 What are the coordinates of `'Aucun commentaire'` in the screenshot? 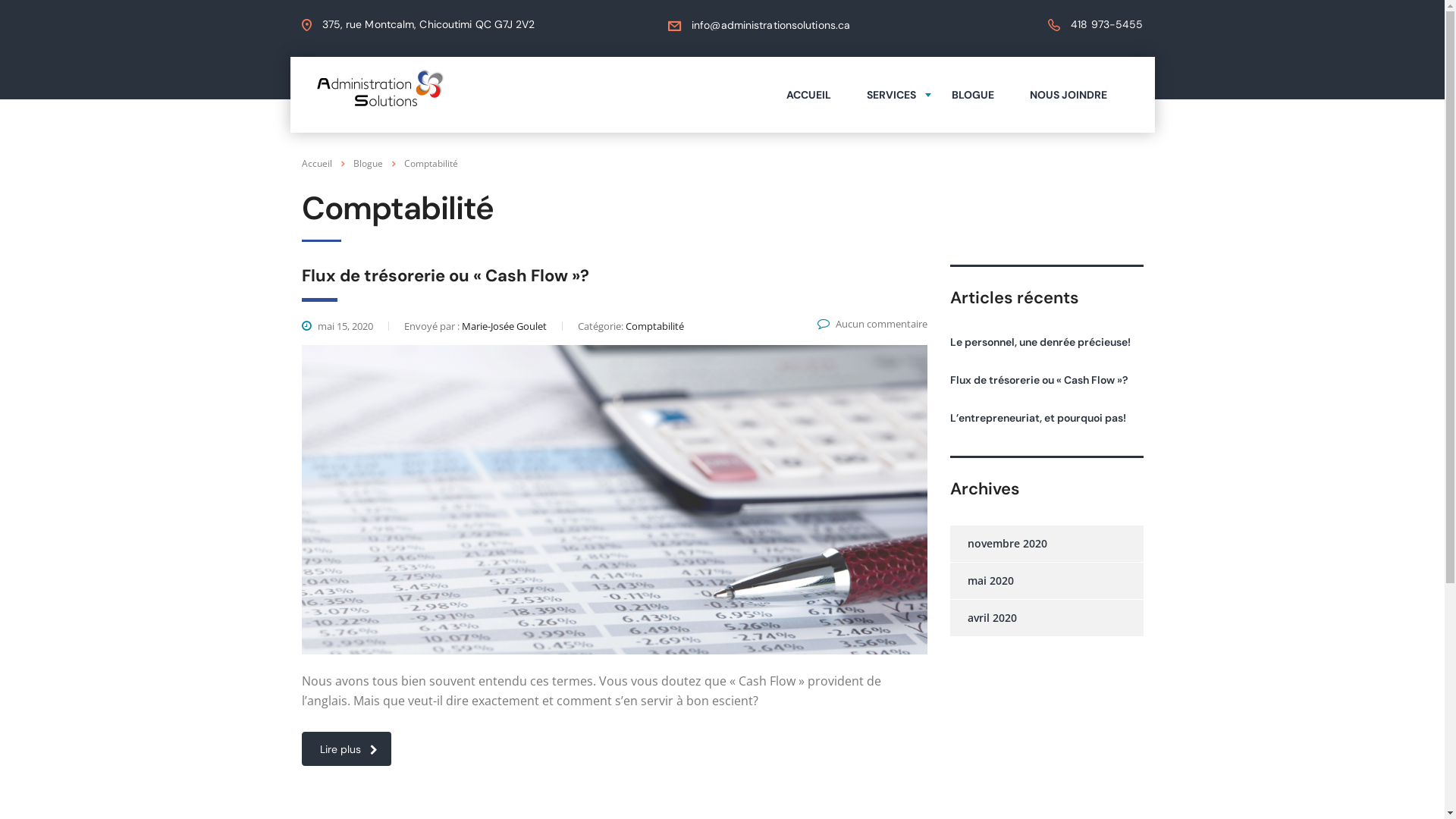 It's located at (872, 323).